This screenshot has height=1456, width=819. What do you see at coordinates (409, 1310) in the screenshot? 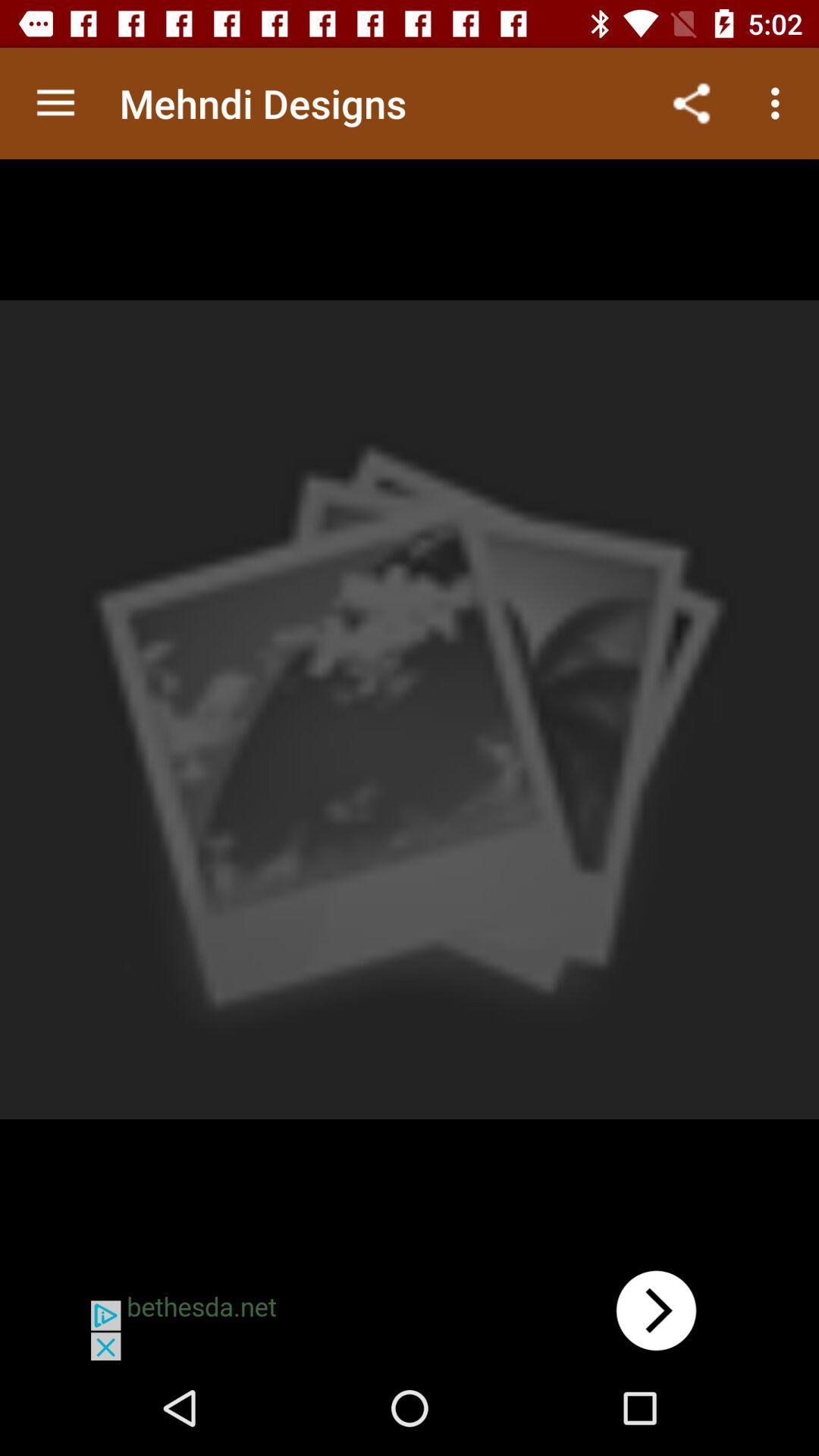
I see `redirects you to offer page` at bounding box center [409, 1310].